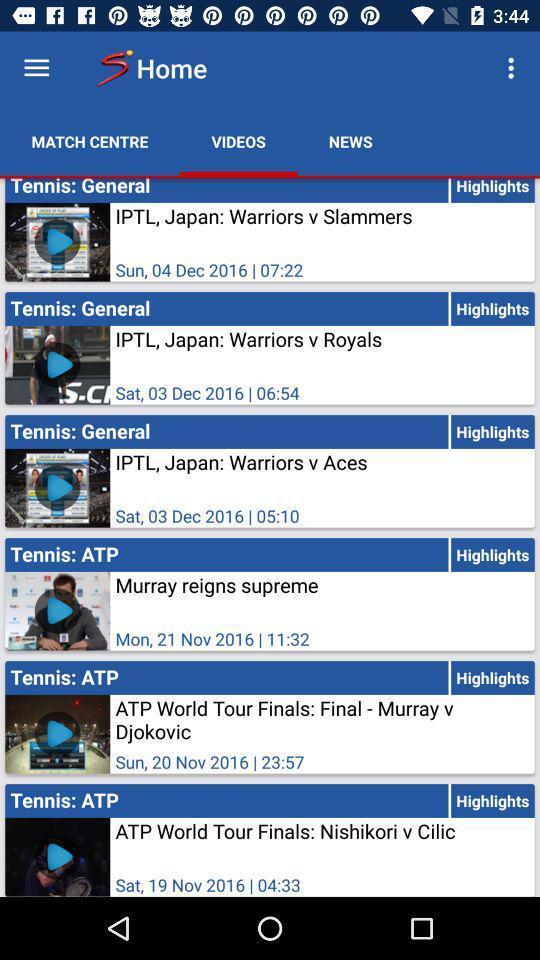  Describe the element at coordinates (89, 140) in the screenshot. I see `match centre icon` at that location.